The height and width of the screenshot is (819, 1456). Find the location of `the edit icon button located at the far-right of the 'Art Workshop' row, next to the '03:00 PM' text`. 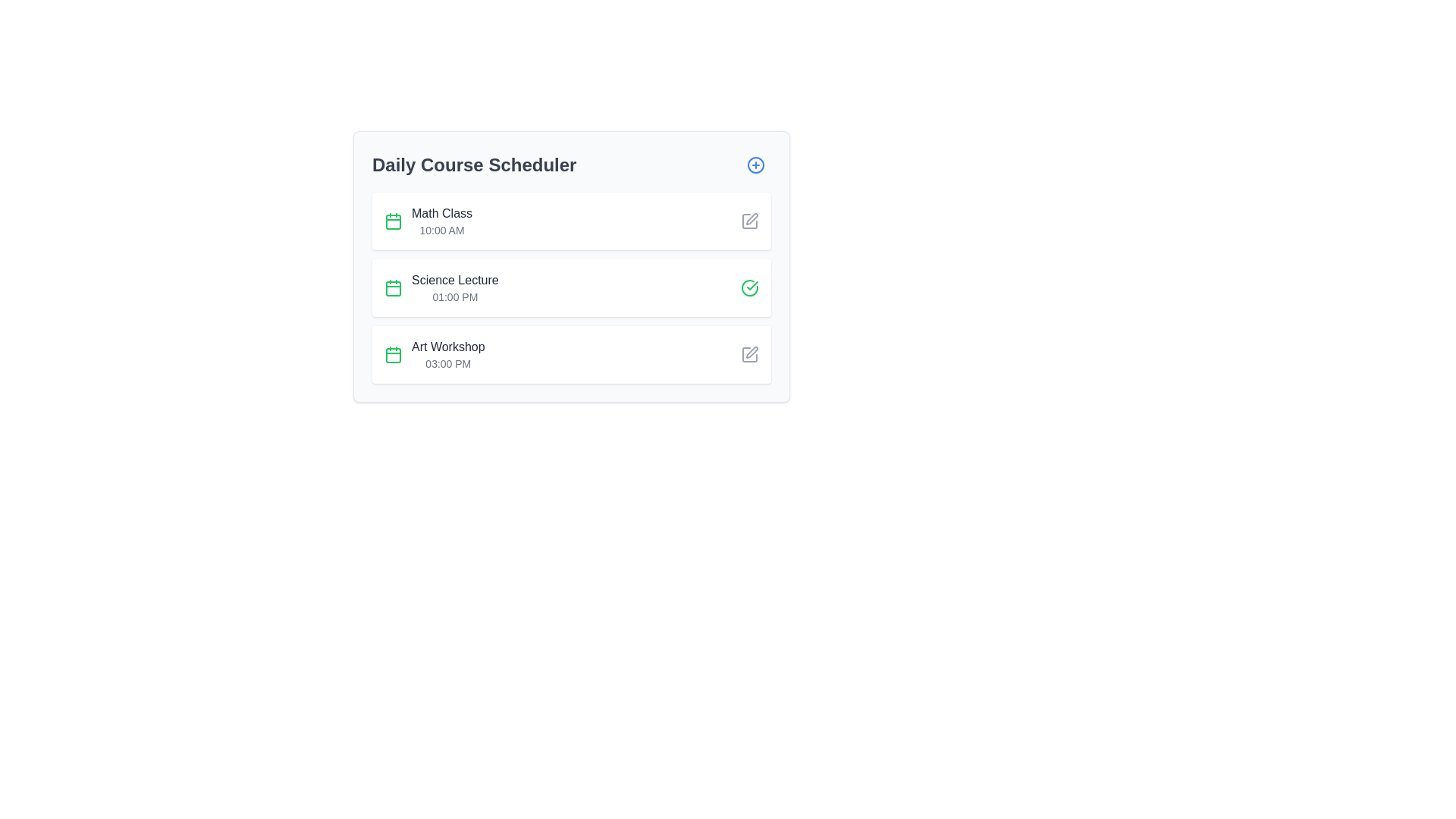

the edit icon button located at the far-right of the 'Art Workshop' row, next to the '03:00 PM' text is located at coordinates (749, 354).